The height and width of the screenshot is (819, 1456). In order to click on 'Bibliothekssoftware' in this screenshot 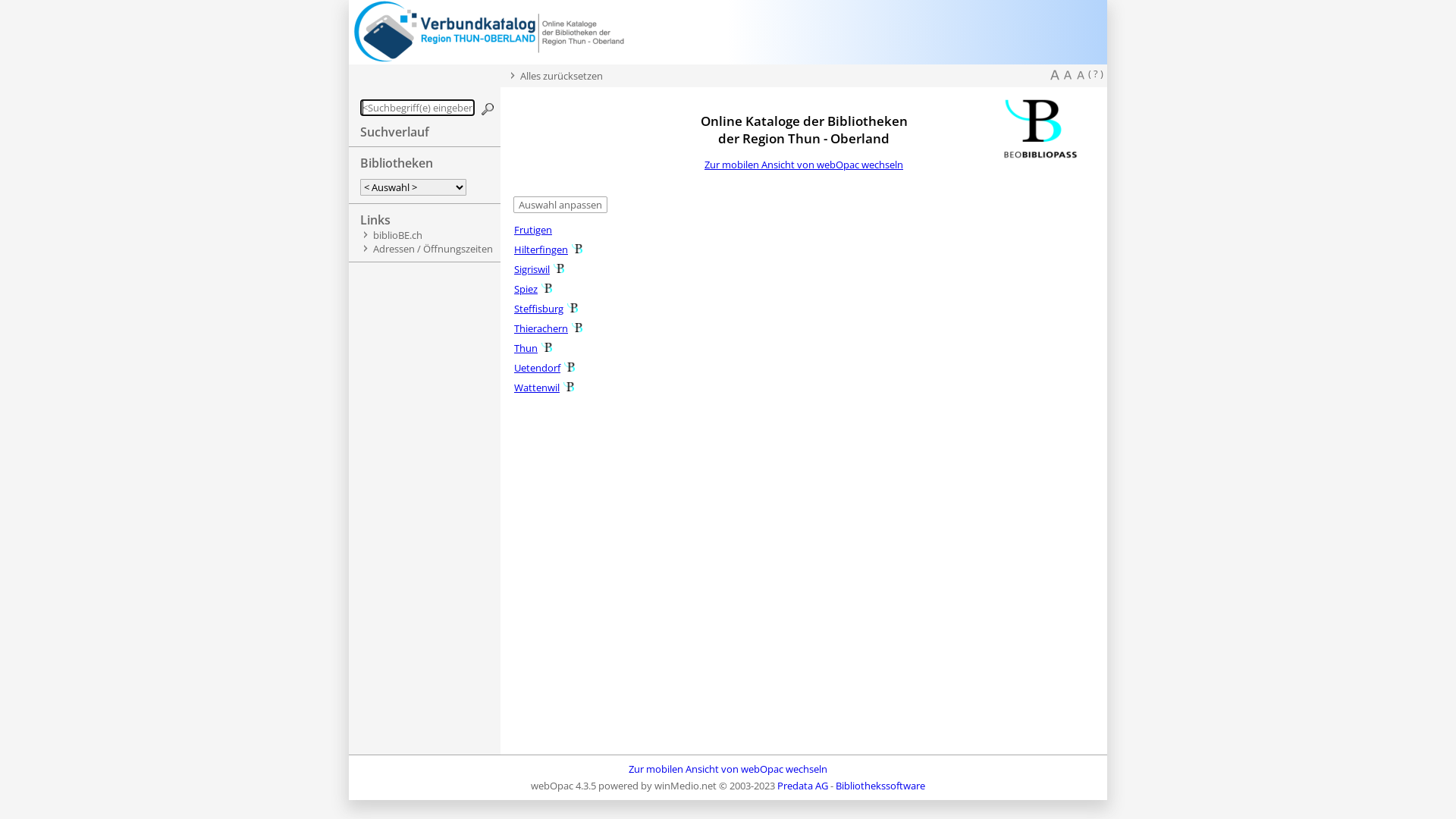, I will do `click(880, 785)`.